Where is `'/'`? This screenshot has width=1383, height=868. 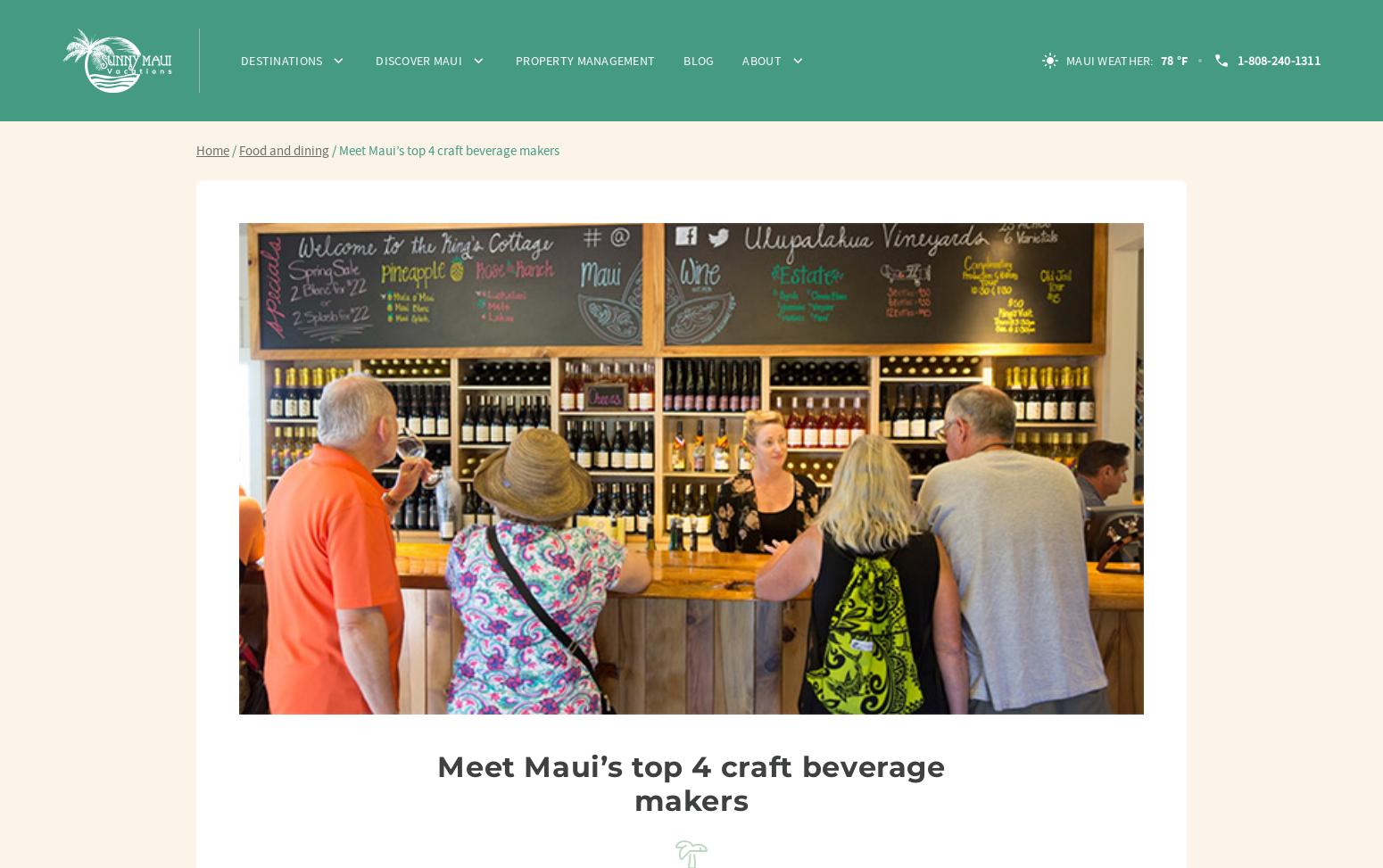 '/' is located at coordinates (234, 151).